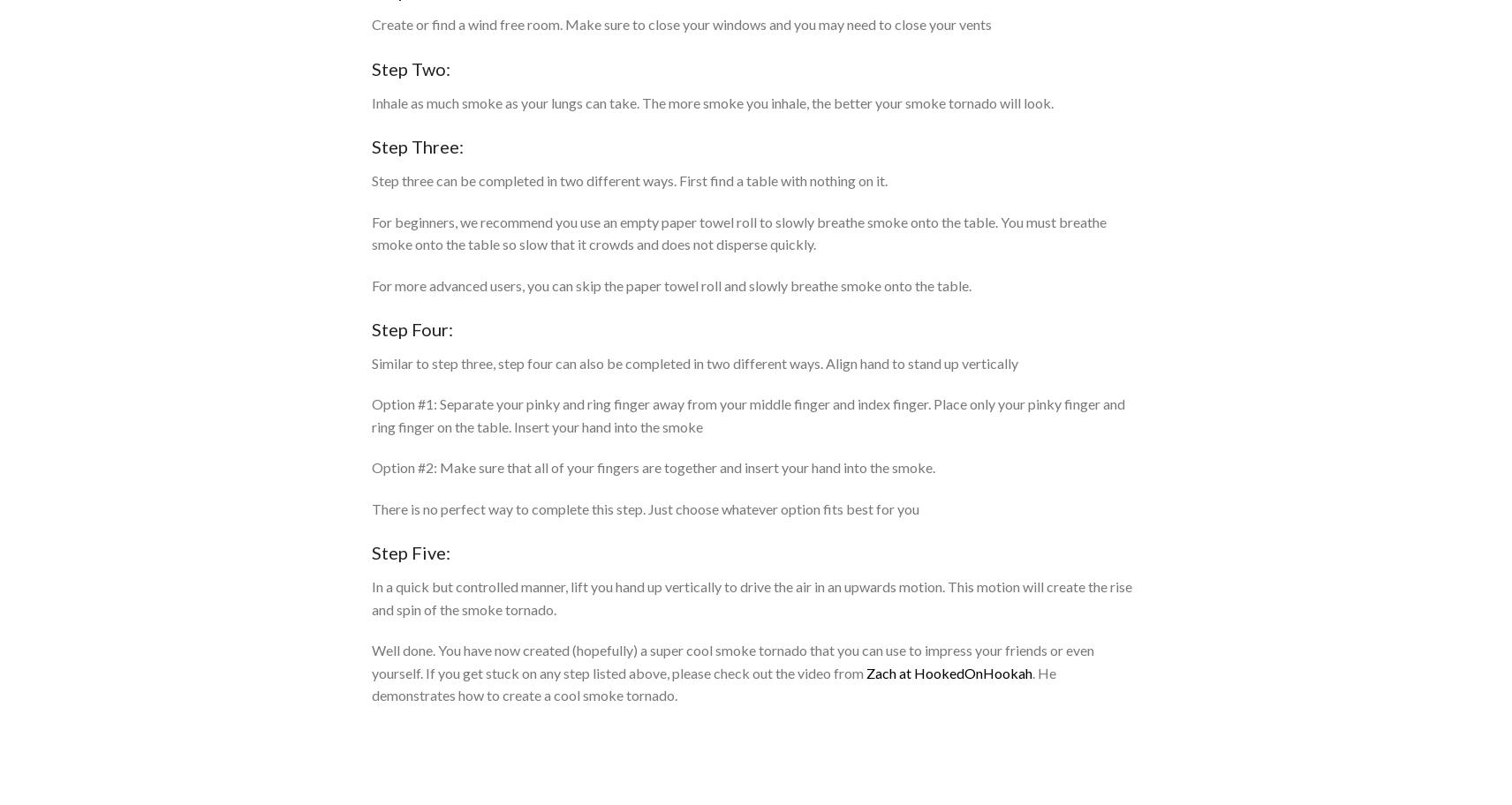 The image size is (1512, 805). Describe the element at coordinates (371, 179) in the screenshot. I see `'Step three can be completed in two different ways. First find a table with nothing on it.'` at that location.